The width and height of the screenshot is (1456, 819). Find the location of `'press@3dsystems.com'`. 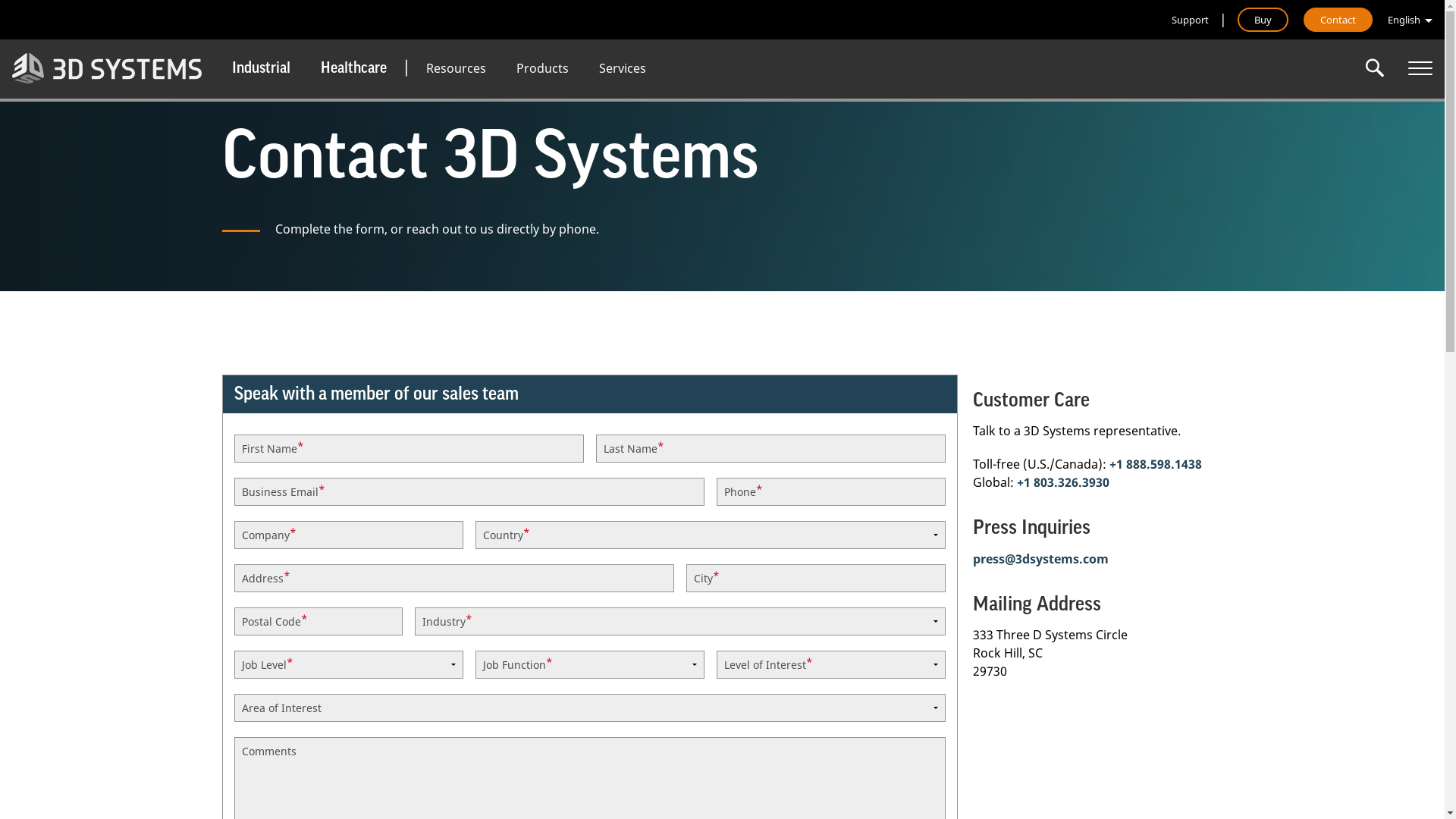

'press@3dsystems.com' is located at coordinates (1039, 558).